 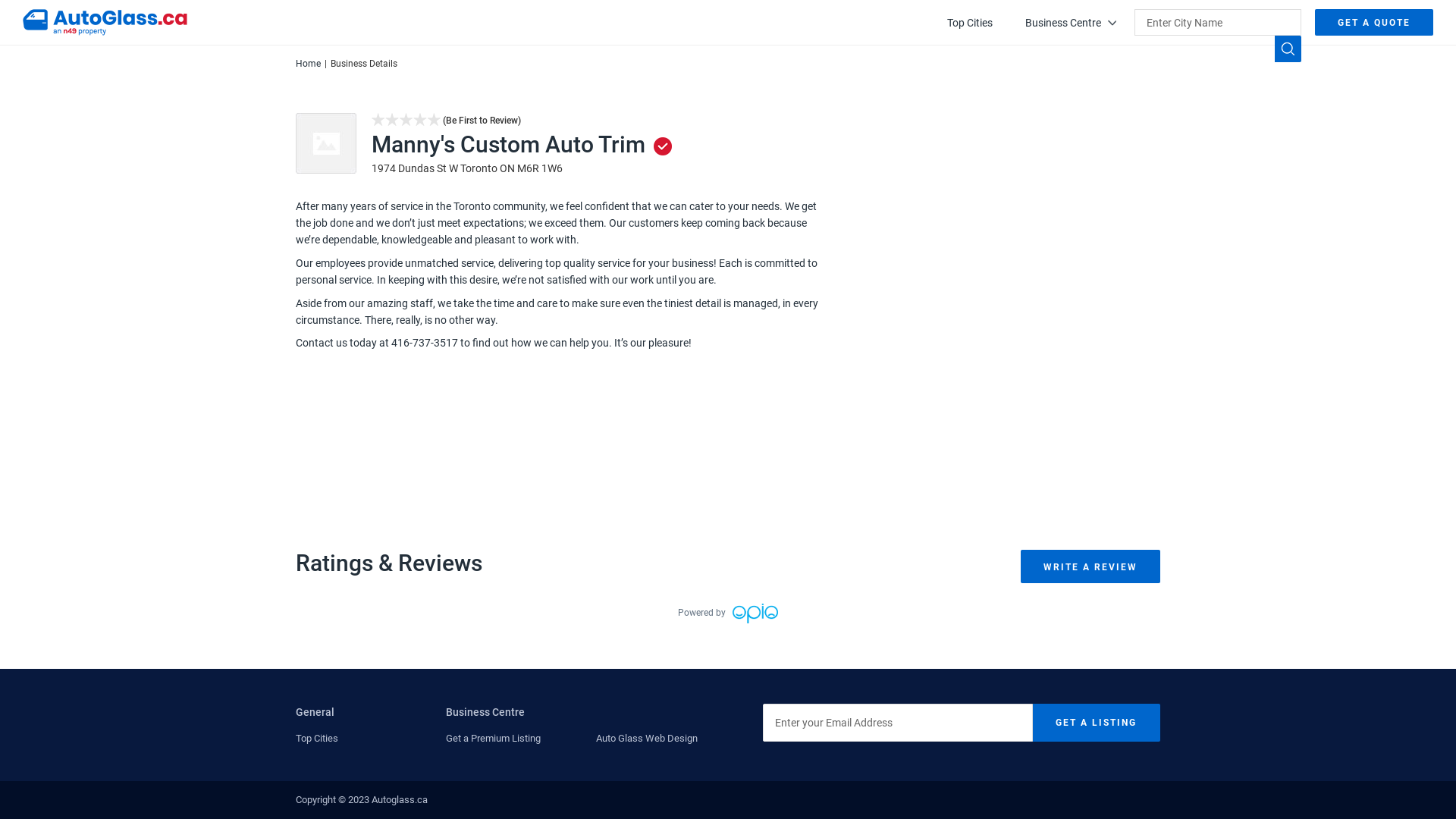 I want to click on 'Get a Premium Listing', so click(x=493, y=737).